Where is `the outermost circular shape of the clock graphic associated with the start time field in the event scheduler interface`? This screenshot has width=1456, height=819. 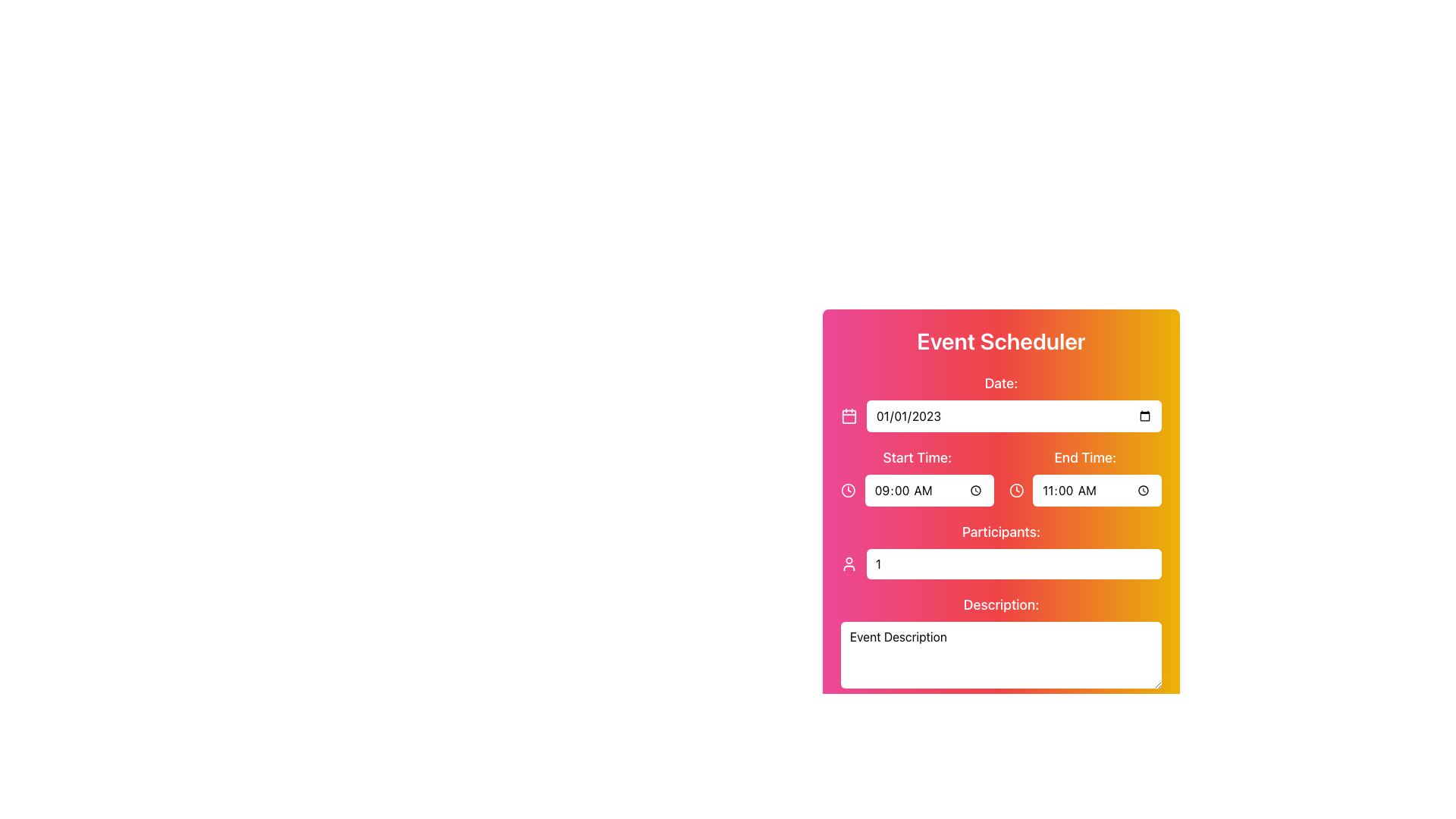
the outermost circular shape of the clock graphic associated with the start time field in the event scheduler interface is located at coordinates (1016, 491).